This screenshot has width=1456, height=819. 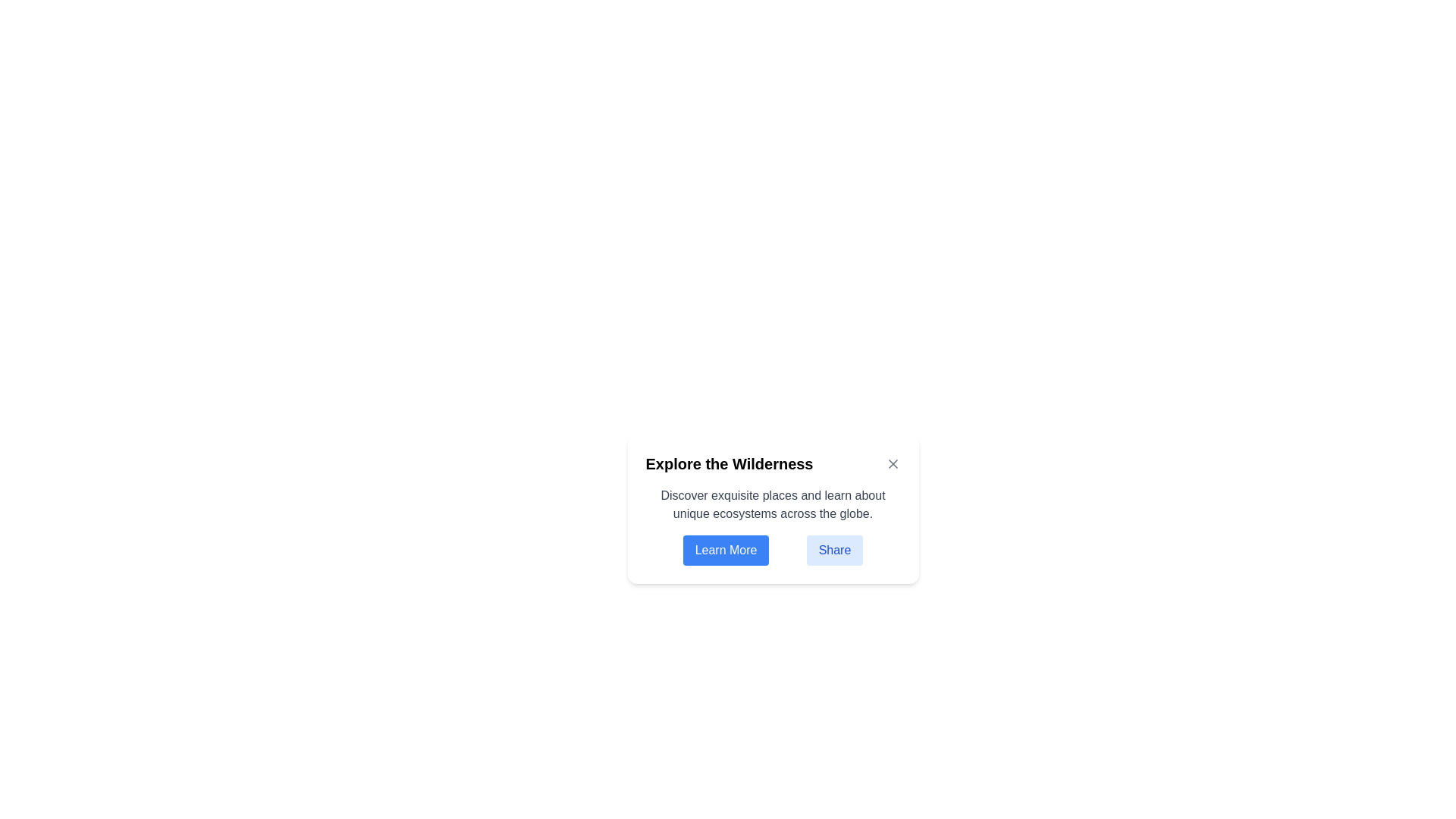 I want to click on the bold heading 'Explore the Wilderness' located at the top-center of the card UI, so click(x=773, y=463).